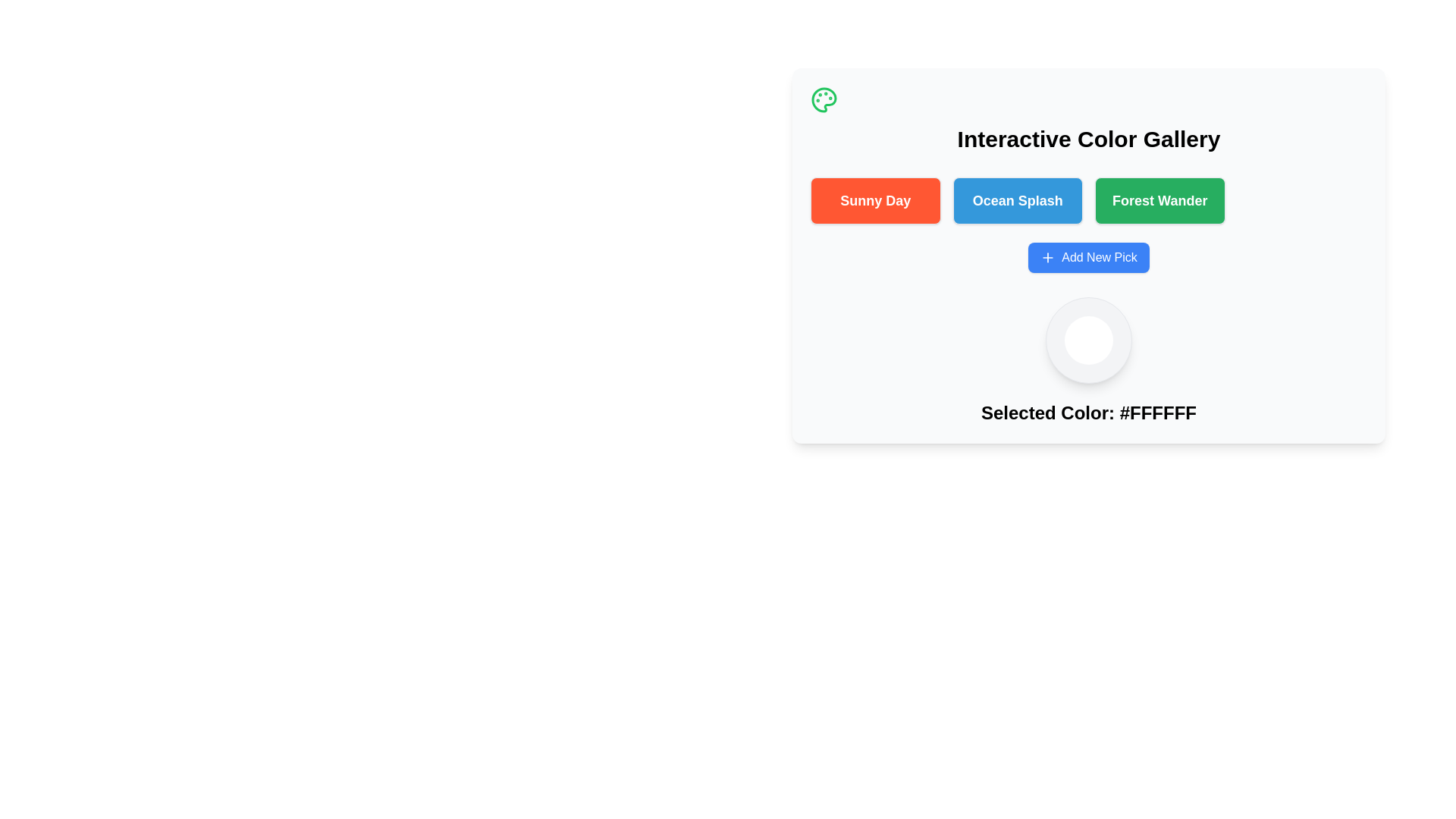 This screenshot has height=819, width=1456. What do you see at coordinates (1047, 256) in the screenshot?
I see `the small blue-colored plus icon next to the text 'Add New Pick' within the blue button` at bounding box center [1047, 256].